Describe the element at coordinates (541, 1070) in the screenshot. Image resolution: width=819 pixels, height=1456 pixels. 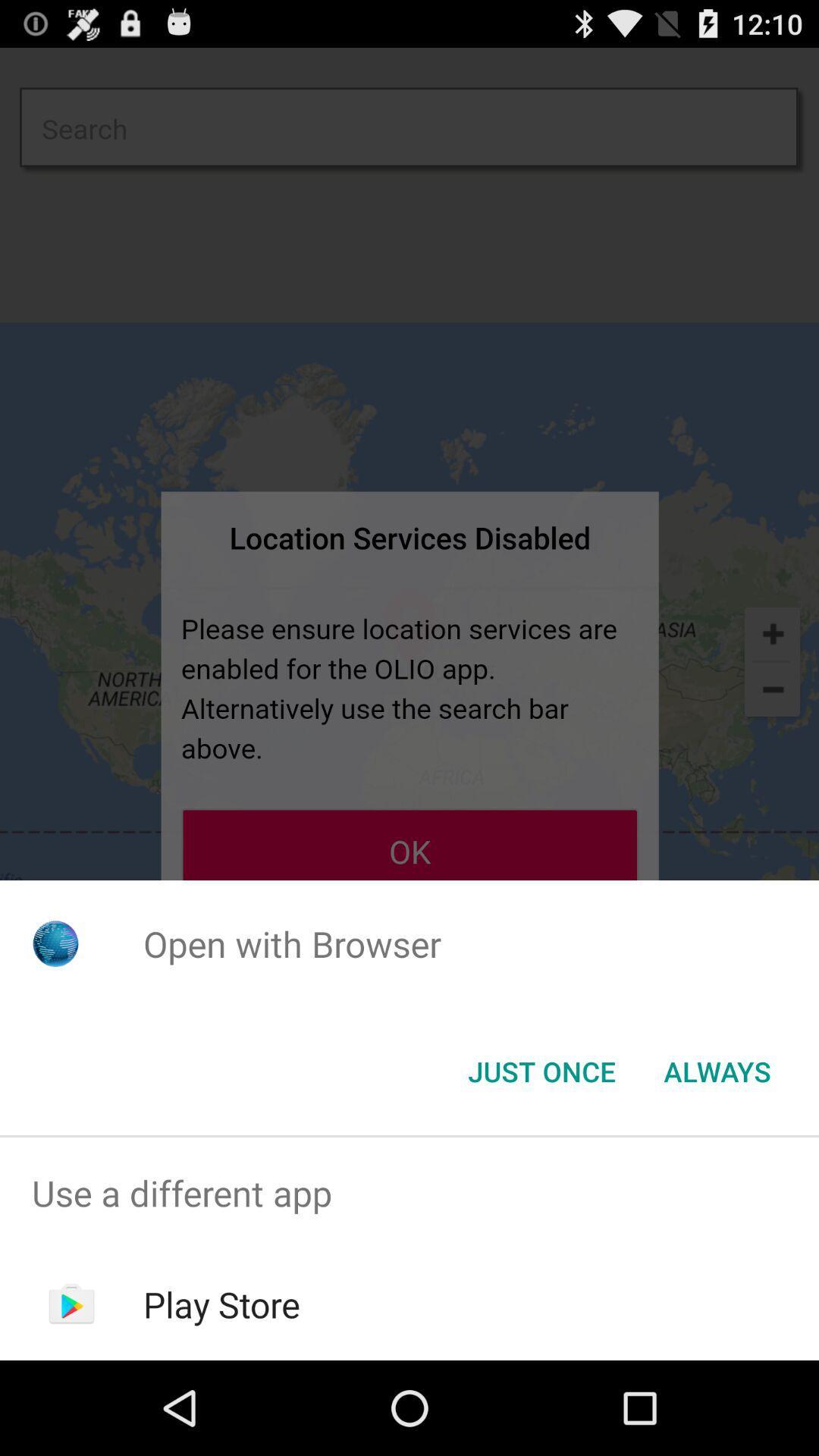
I see `icon to the left of always` at that location.